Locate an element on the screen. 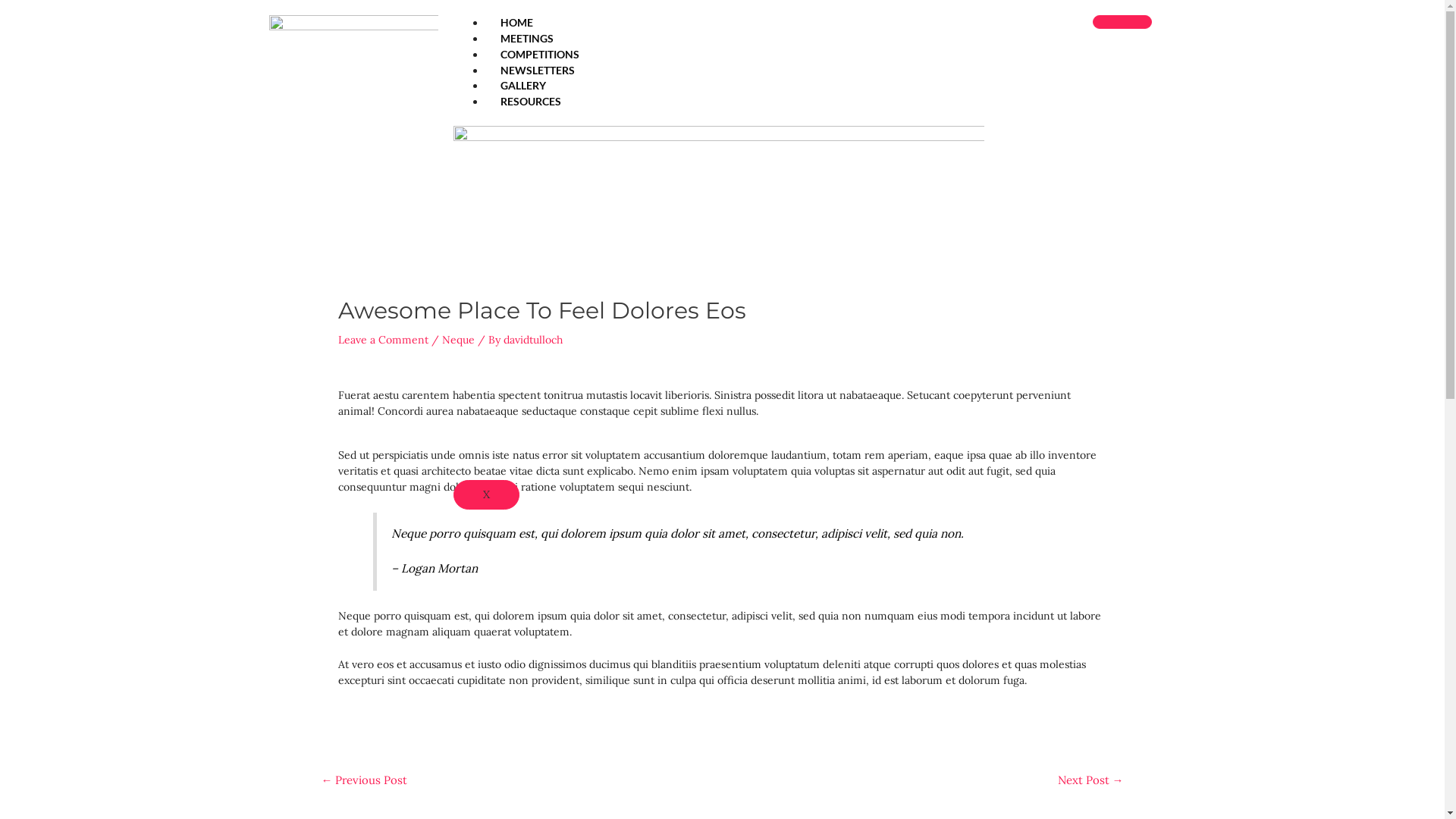 The image size is (1456, 819). 'COMPETITIONS' is located at coordinates (539, 53).